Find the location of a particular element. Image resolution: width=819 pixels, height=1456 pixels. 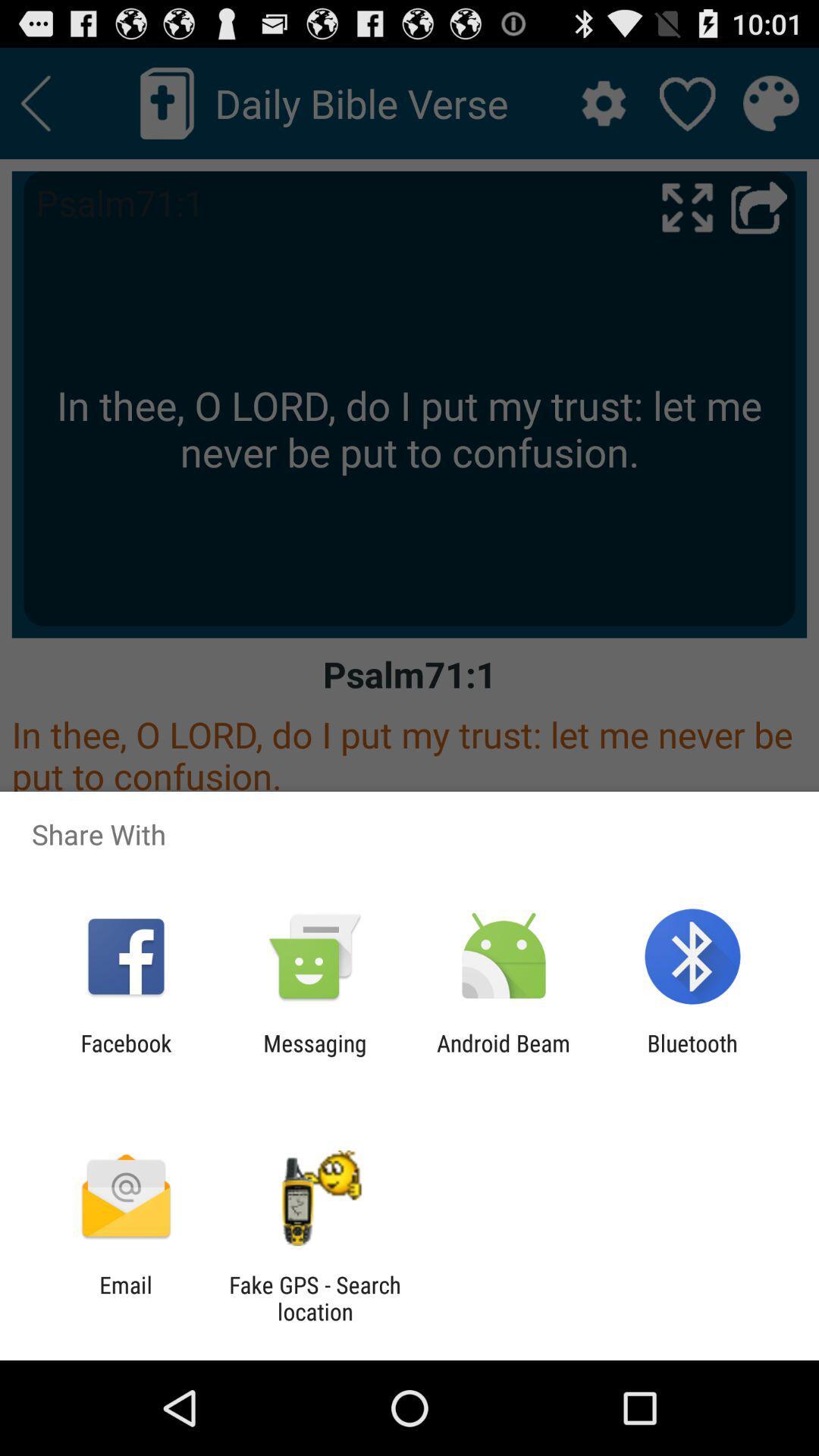

the icon to the right of messaging icon is located at coordinates (504, 1056).